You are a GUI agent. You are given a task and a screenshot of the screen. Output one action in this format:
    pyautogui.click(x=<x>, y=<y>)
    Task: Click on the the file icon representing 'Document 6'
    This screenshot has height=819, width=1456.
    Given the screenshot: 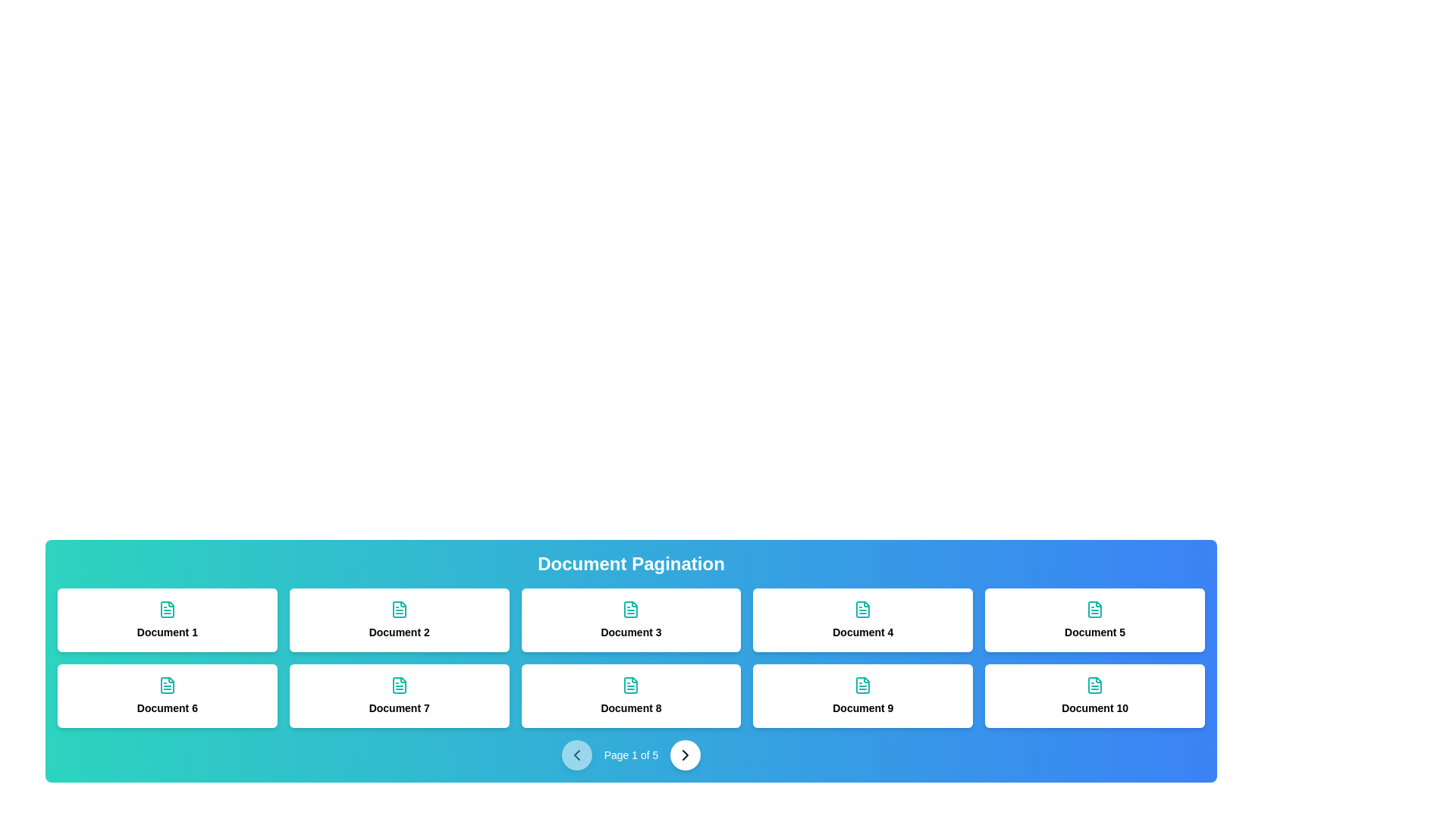 What is the action you would take?
    pyautogui.click(x=167, y=685)
    